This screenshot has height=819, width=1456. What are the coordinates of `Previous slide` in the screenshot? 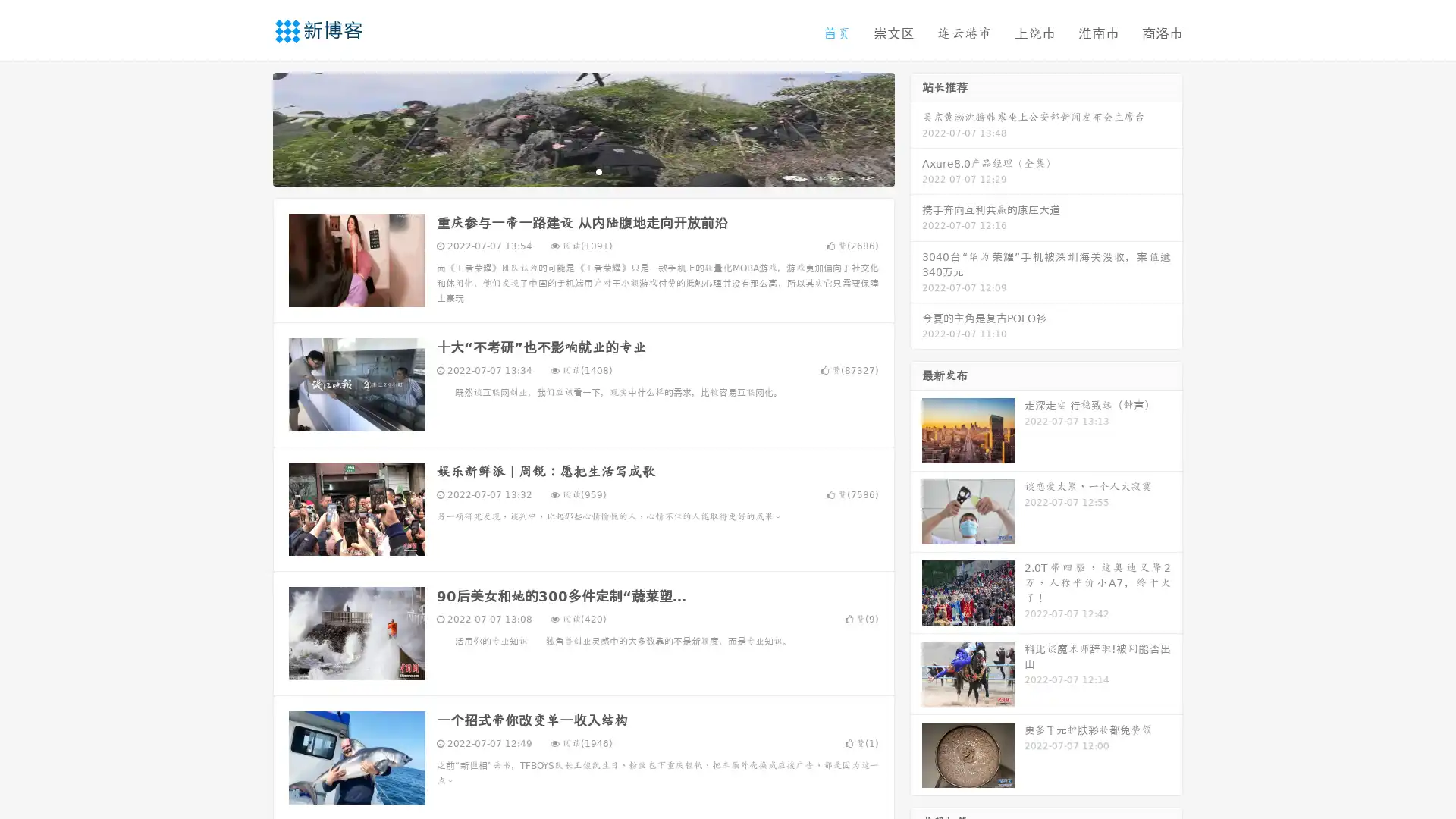 It's located at (250, 127).